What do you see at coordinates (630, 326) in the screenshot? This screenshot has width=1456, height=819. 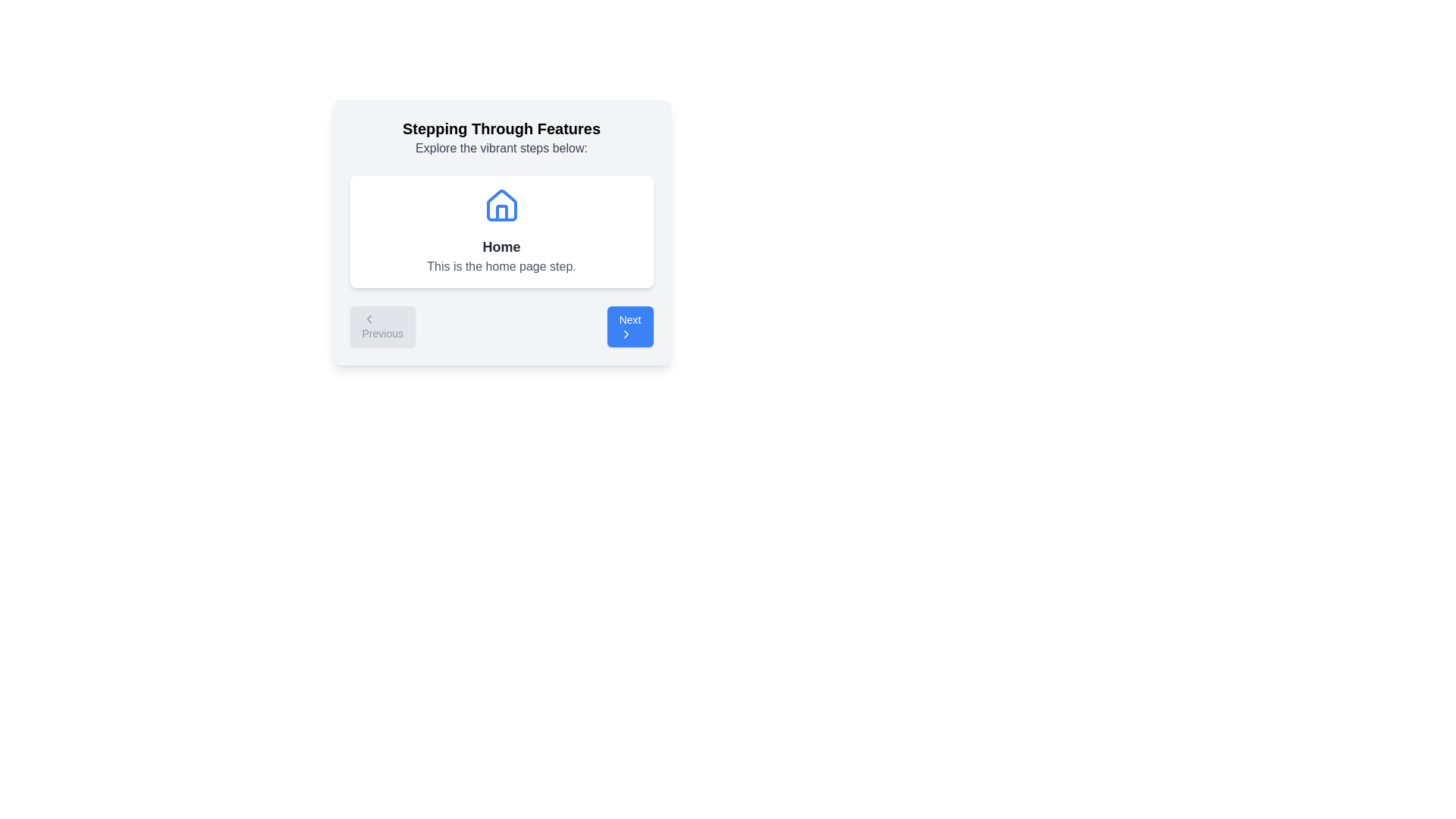 I see `the 'Next' button, which is a rectangular button with a blue background and white text, located to the right of the 'Previous' button at the bottom of the card` at bounding box center [630, 326].